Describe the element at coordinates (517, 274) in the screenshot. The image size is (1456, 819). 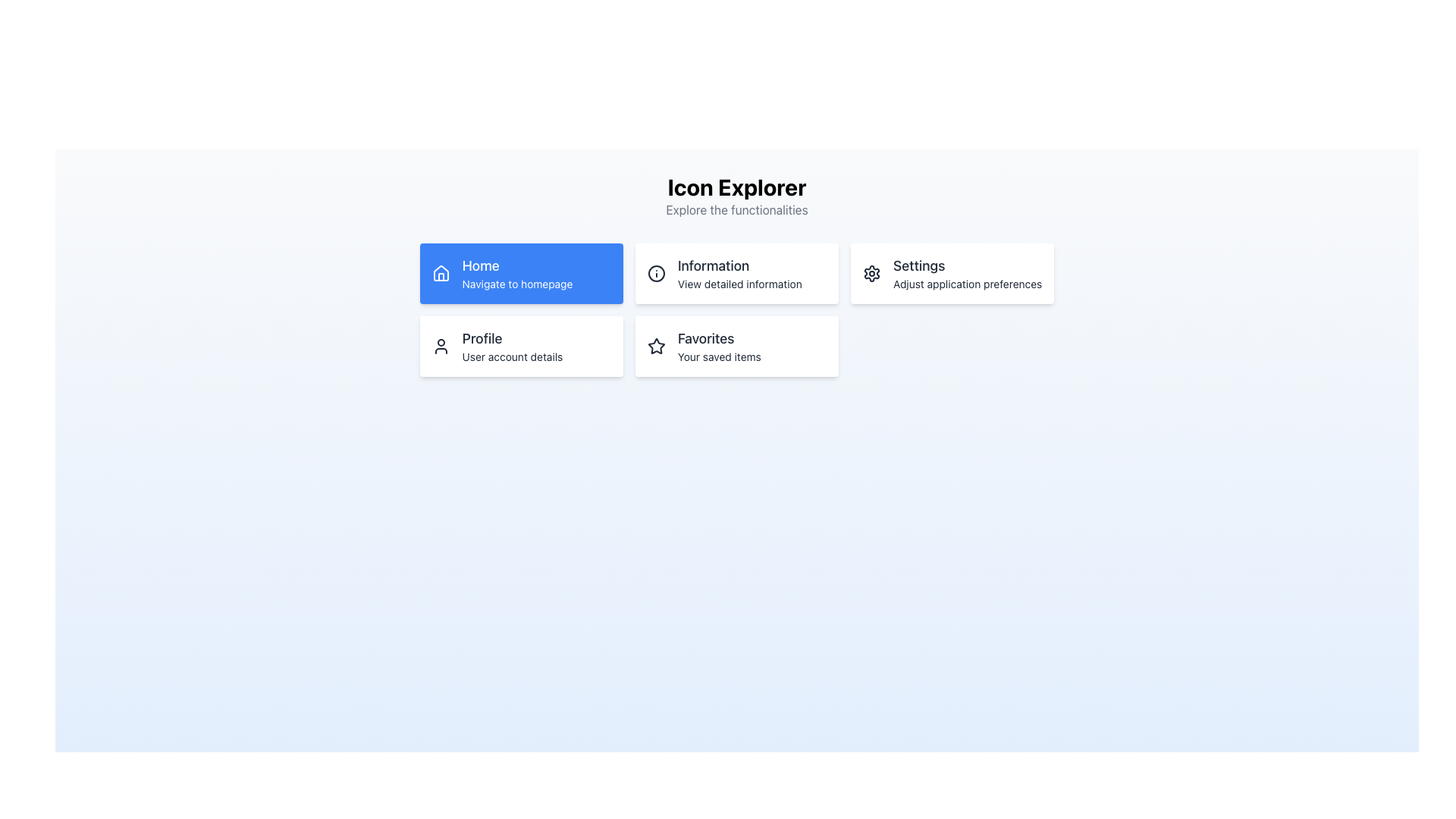
I see `the 'Home' button text content that indicates 'Navigate to homepage' located in the upper-left quadrant of the interface` at that location.